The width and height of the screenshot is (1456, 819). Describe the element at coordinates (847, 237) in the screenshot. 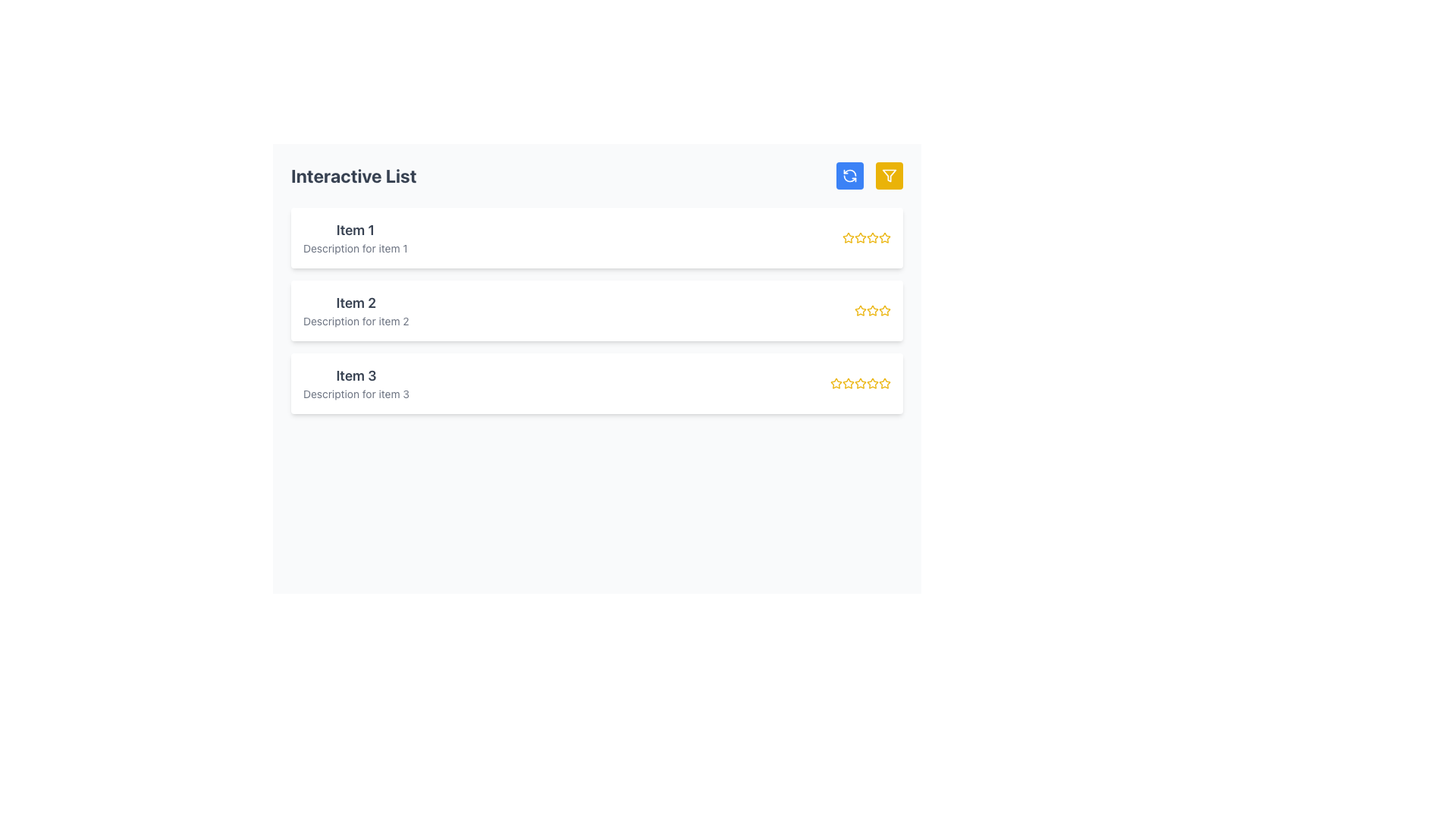

I see `the first star icon with yellow outlines, used for rating purposes, located to the right of the text 'Item 1' in the interactive list` at that location.